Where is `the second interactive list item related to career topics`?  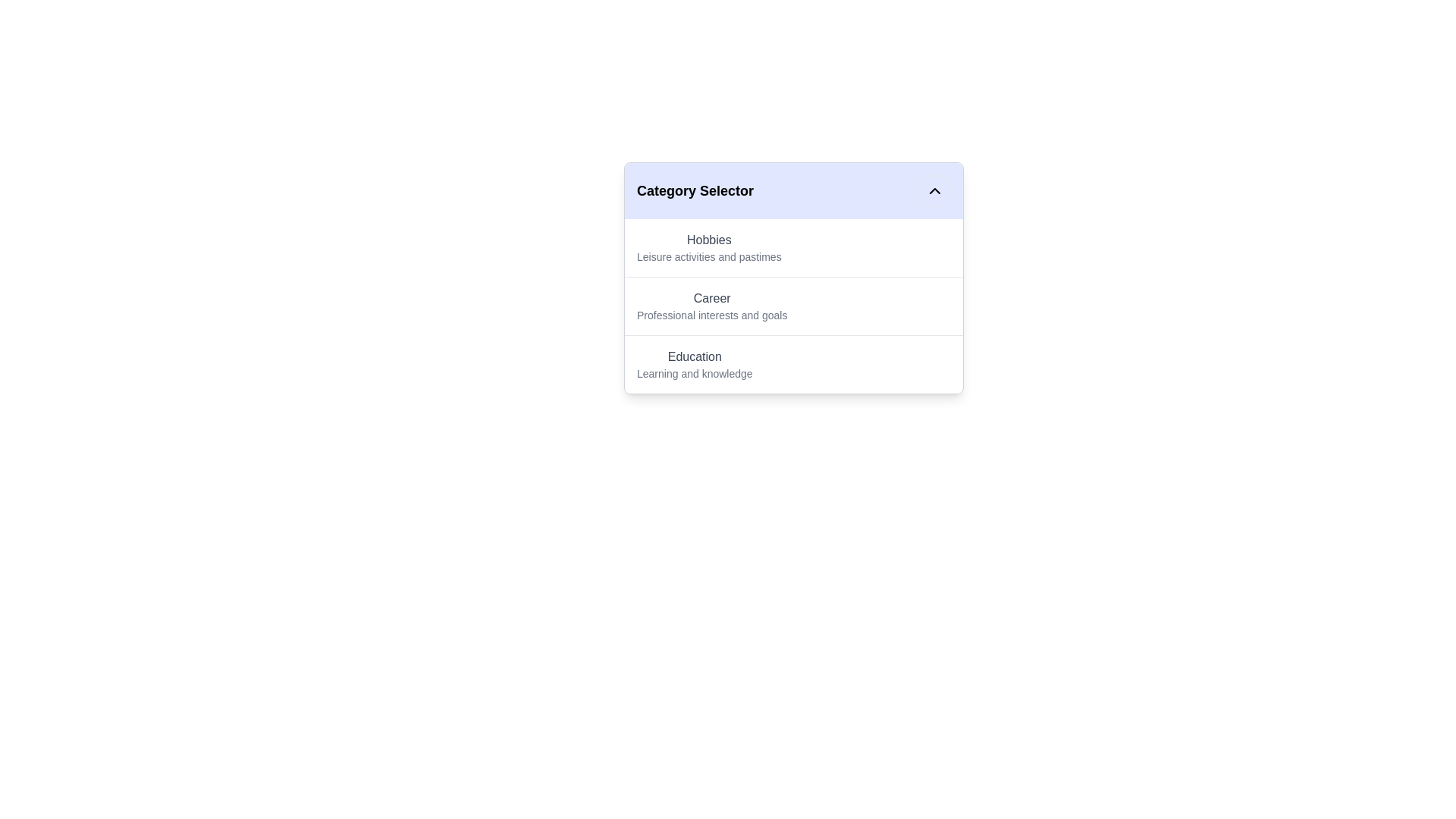 the second interactive list item related to career topics is located at coordinates (792, 306).